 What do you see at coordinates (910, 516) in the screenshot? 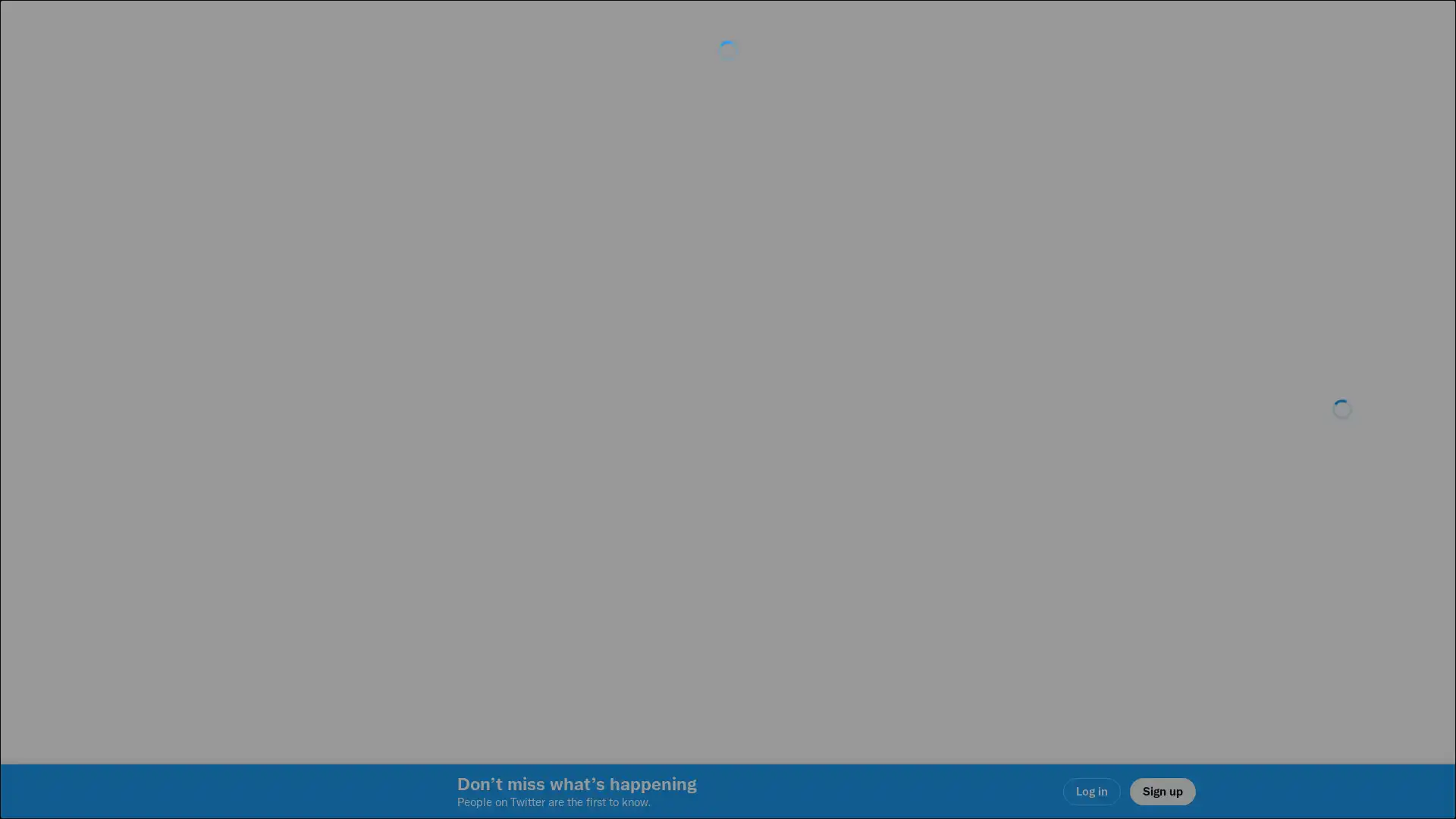
I see `Log in` at bounding box center [910, 516].